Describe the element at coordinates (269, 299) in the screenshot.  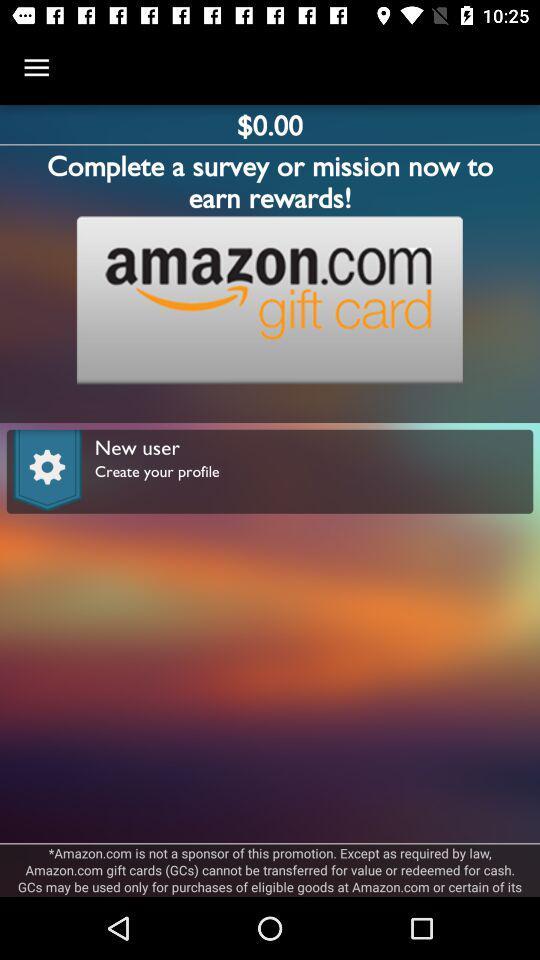
I see `amazon gift card survey` at that location.